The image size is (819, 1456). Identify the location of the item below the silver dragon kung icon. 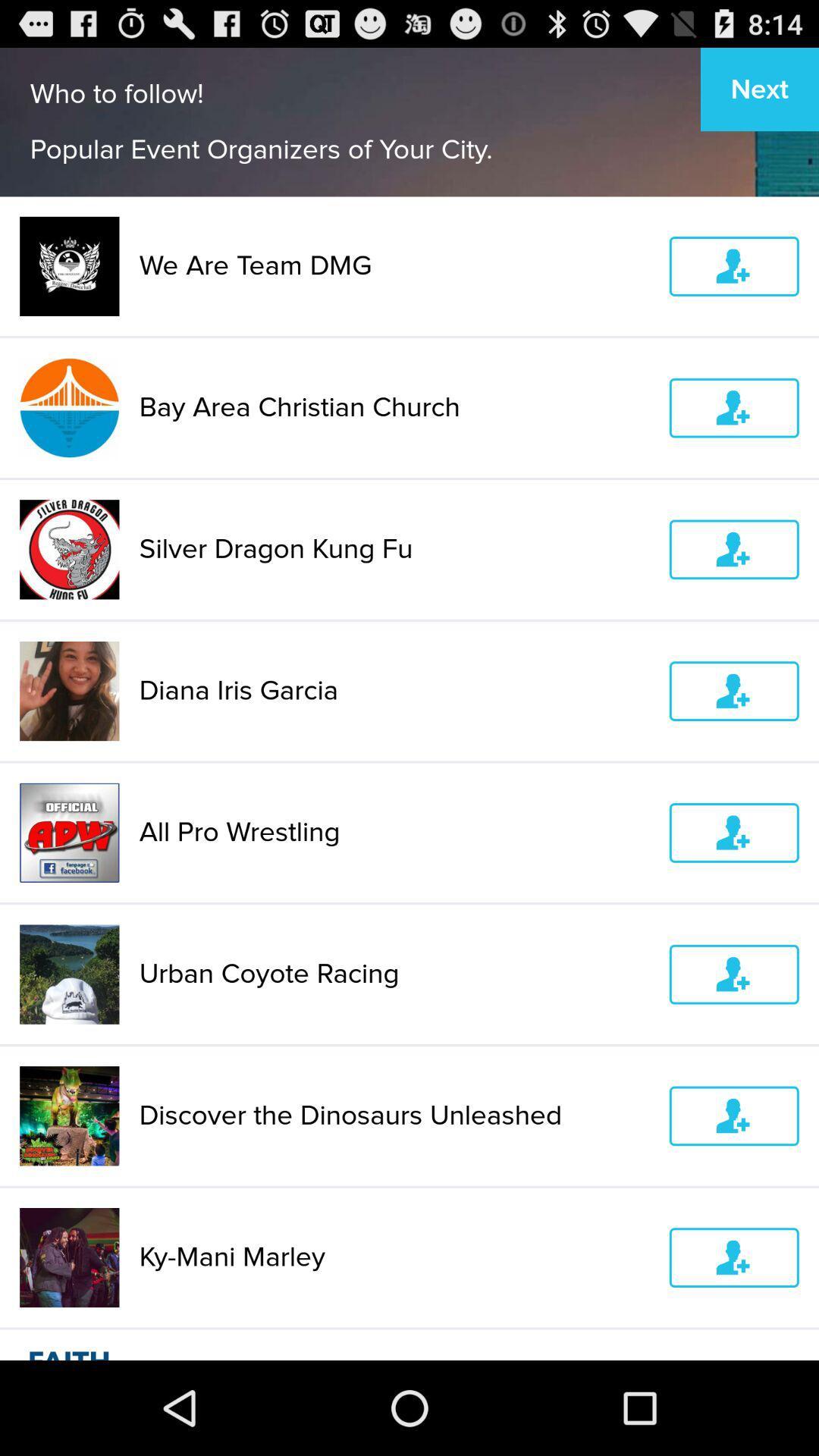
(394, 690).